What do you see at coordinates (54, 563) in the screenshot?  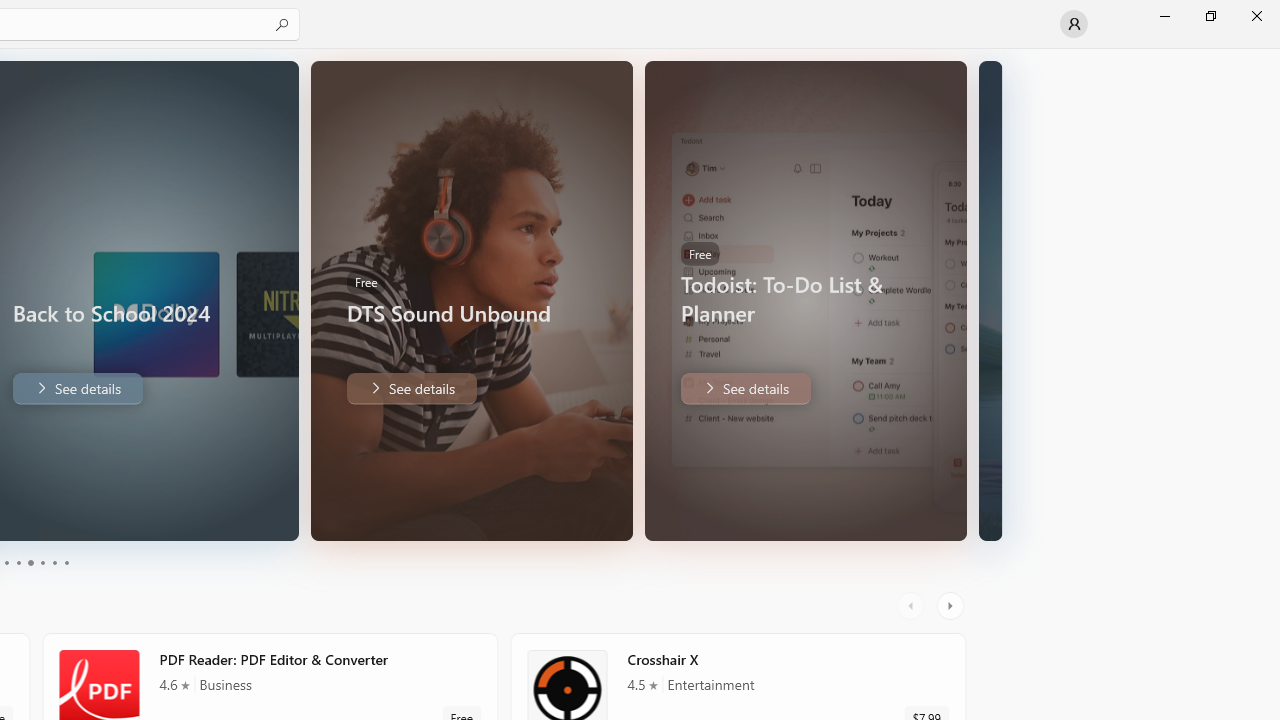 I see `'Page 5'` at bounding box center [54, 563].